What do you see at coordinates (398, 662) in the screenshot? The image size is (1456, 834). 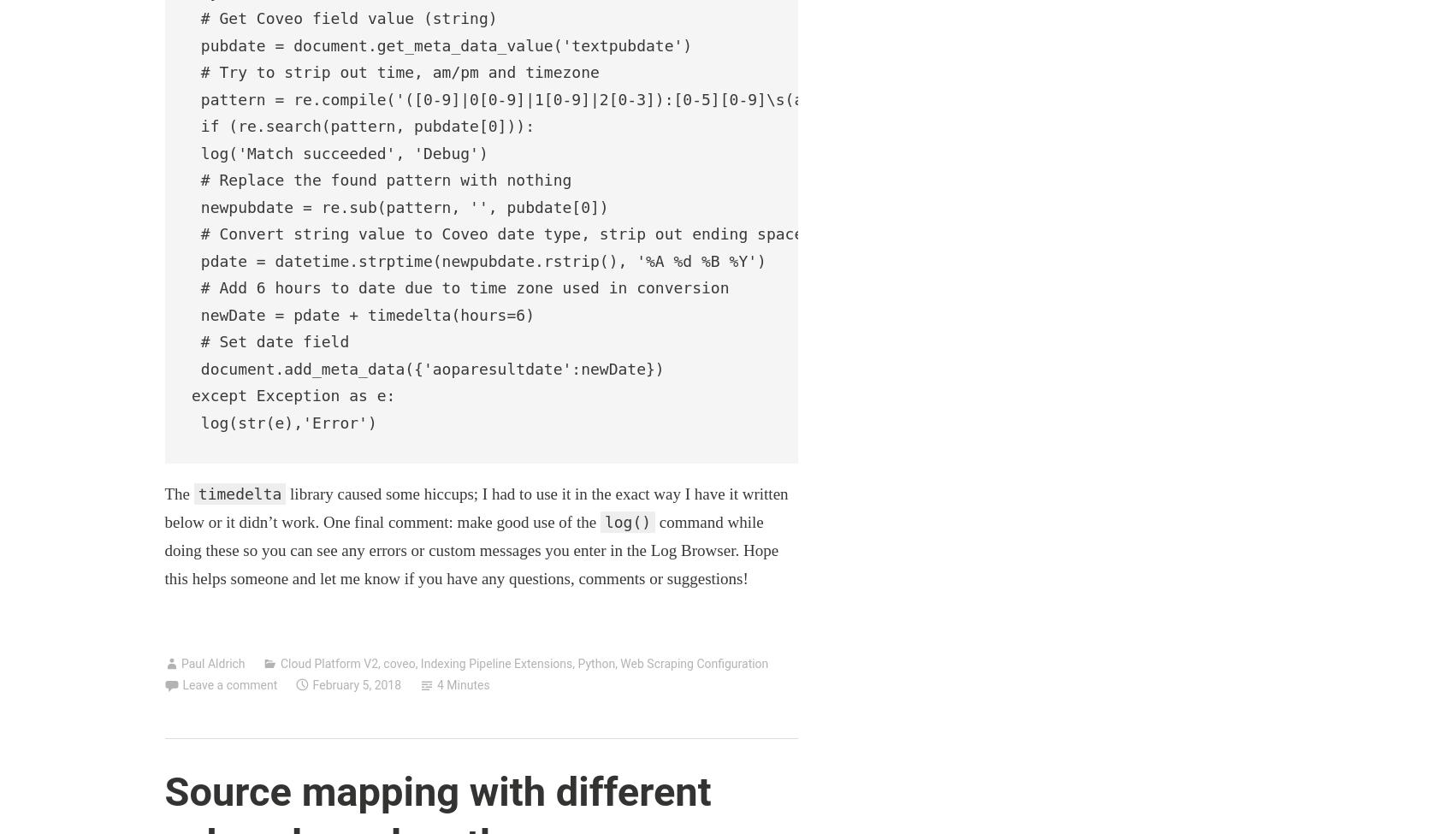 I see `'coveo'` at bounding box center [398, 662].